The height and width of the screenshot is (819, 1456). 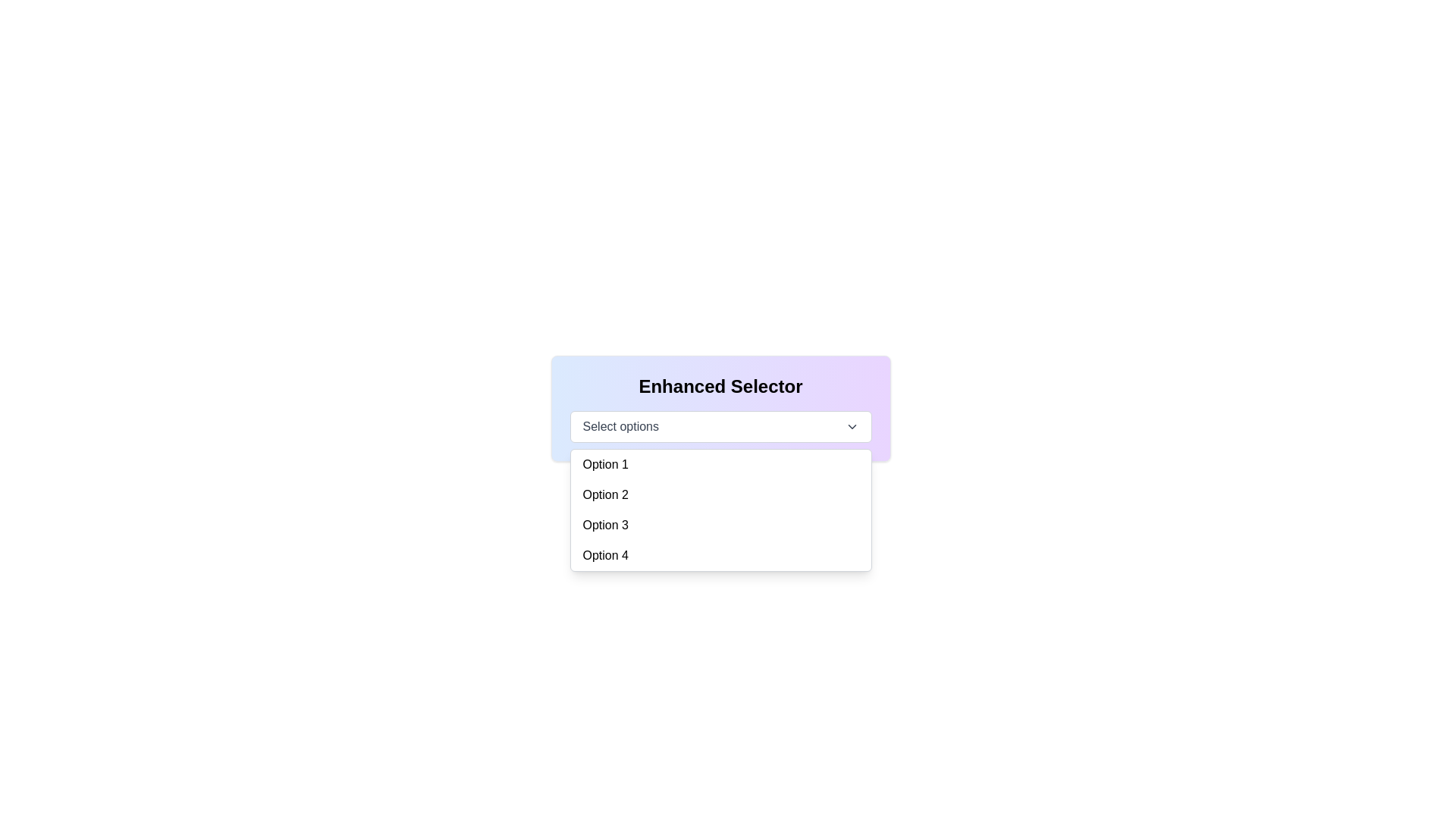 What do you see at coordinates (720, 408) in the screenshot?
I see `the dropdown menu located in the center section below the bold header` at bounding box center [720, 408].